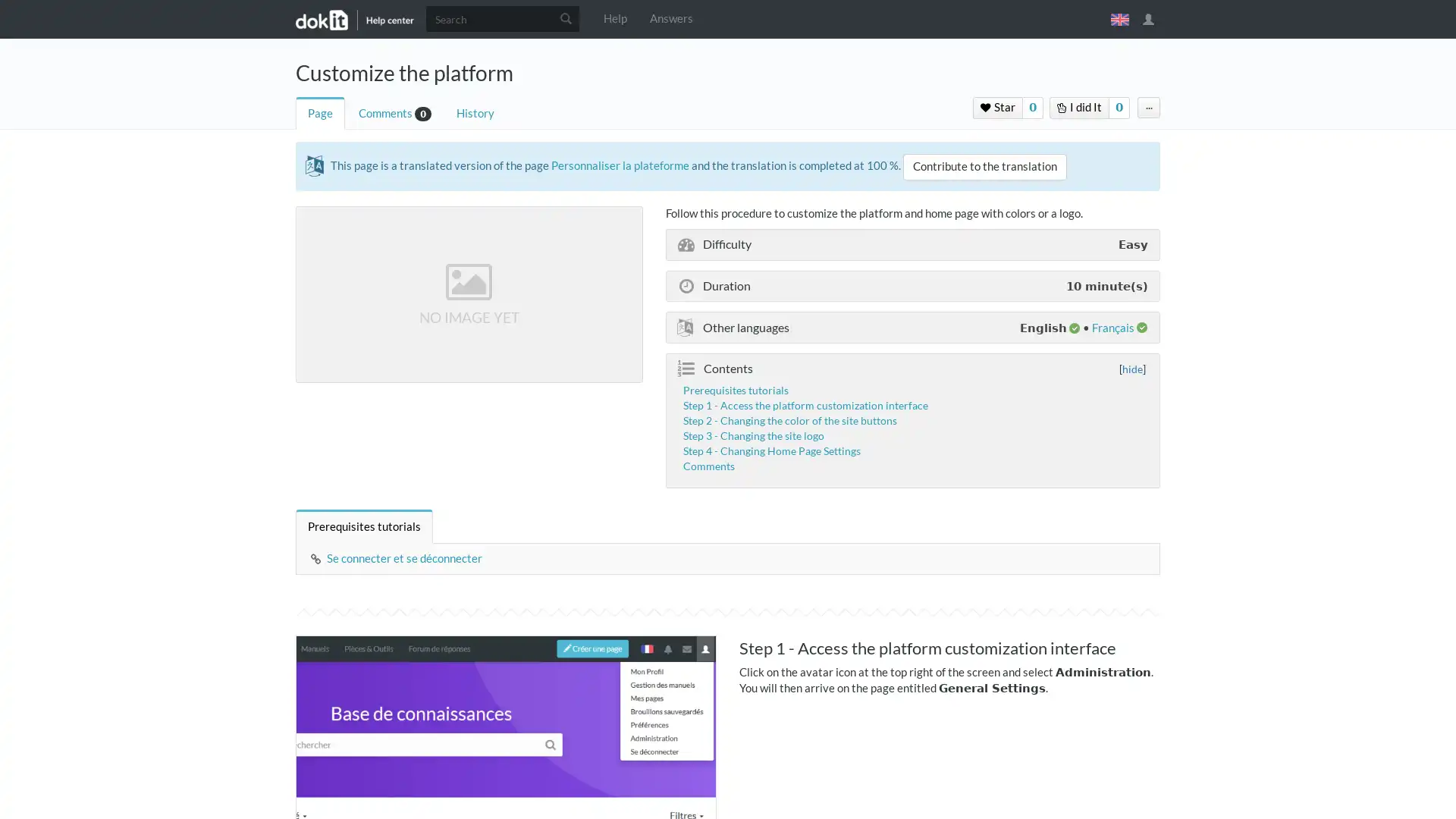 This screenshot has height=819, width=1456. What do you see at coordinates (1032, 107) in the screenshot?
I see `0` at bounding box center [1032, 107].